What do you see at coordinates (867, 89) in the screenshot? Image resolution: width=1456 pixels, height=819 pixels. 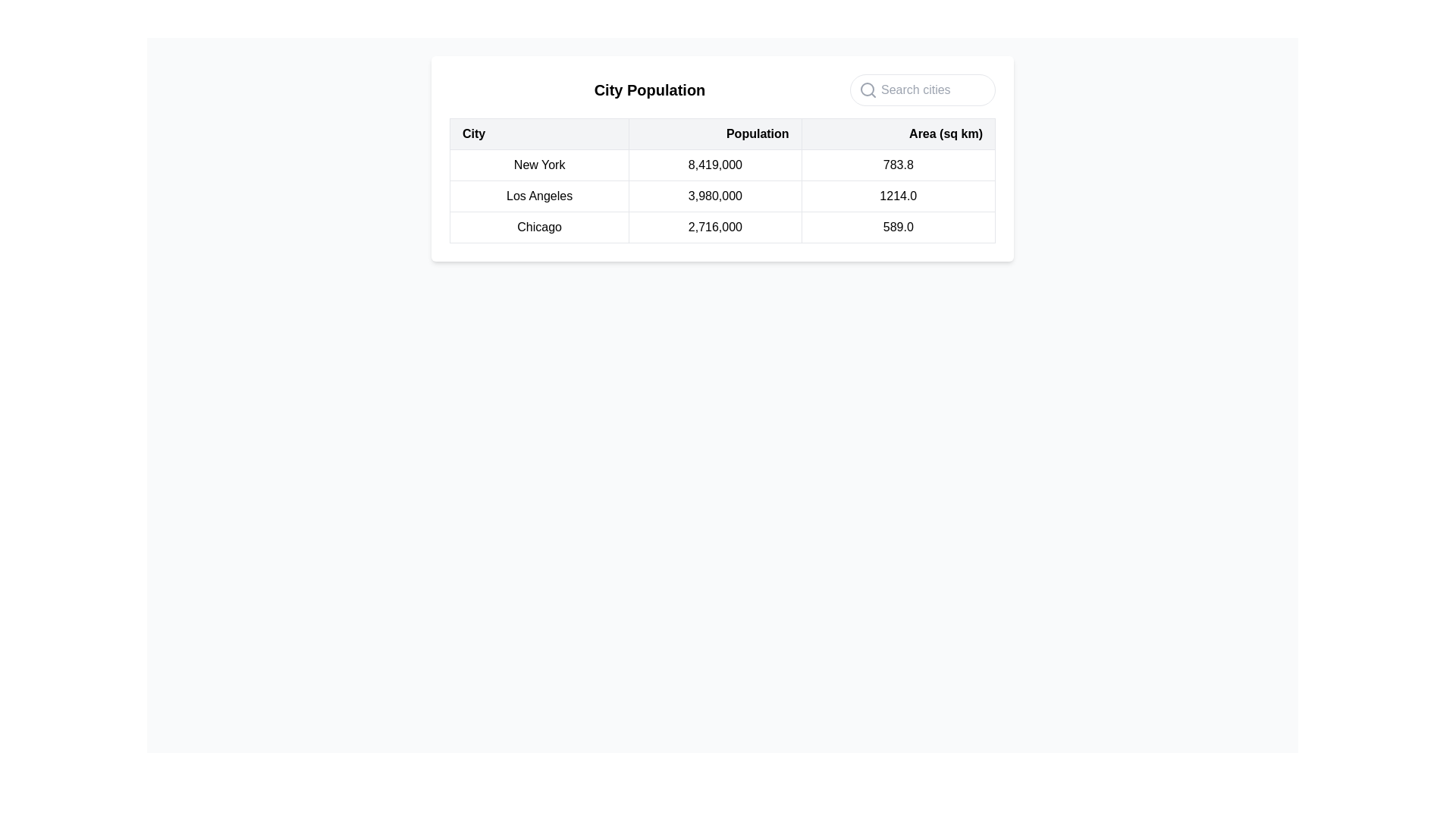 I see `the circular part of the magnifying glass icon, which indicates the search functionality in the user interface, located at the top-right area of the displayed table` at bounding box center [867, 89].